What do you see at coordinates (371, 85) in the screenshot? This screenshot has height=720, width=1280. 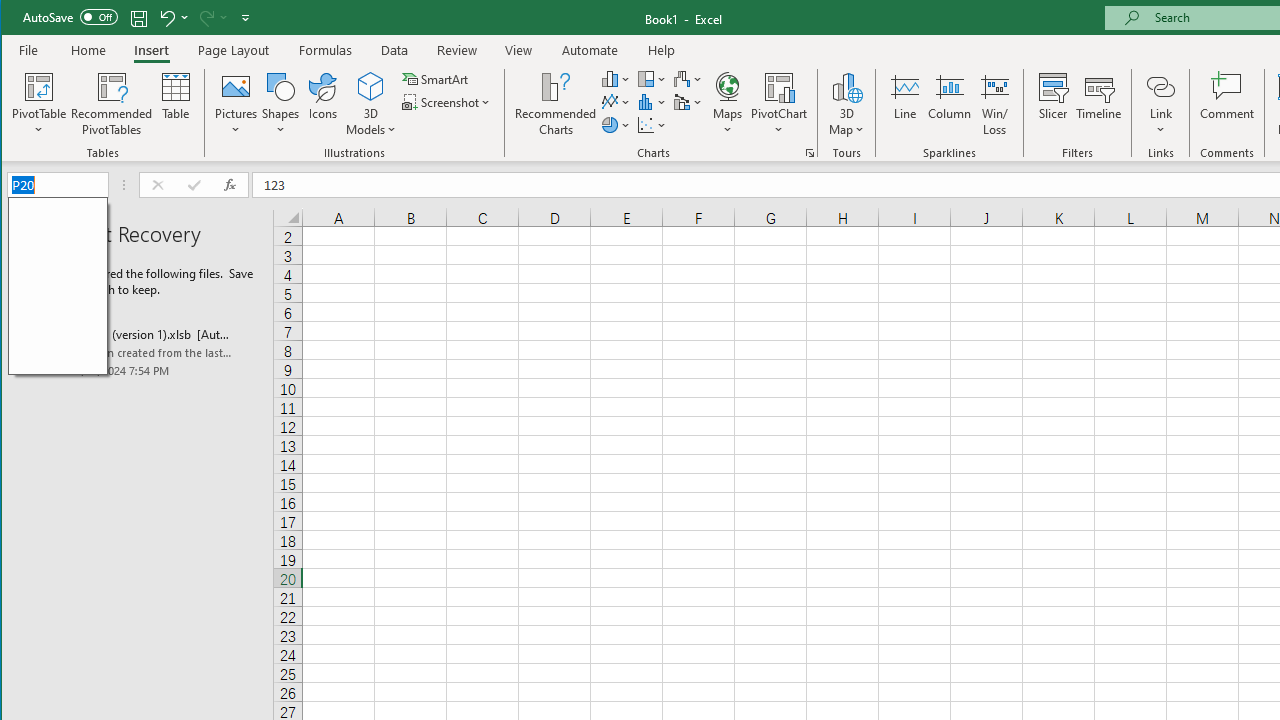 I see `'3D Models'` at bounding box center [371, 85].